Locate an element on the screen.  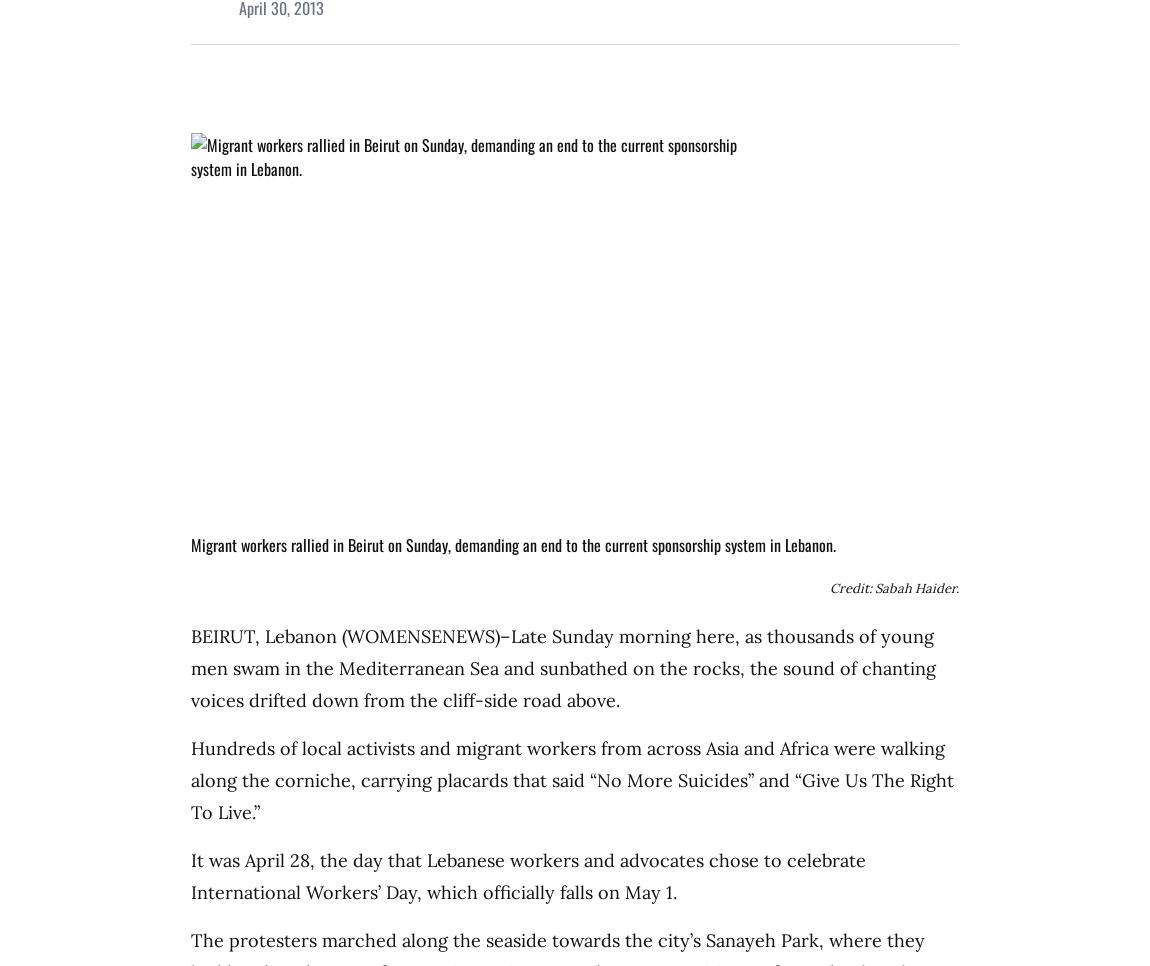
'Sanayeh Park' is located at coordinates (761, 940).